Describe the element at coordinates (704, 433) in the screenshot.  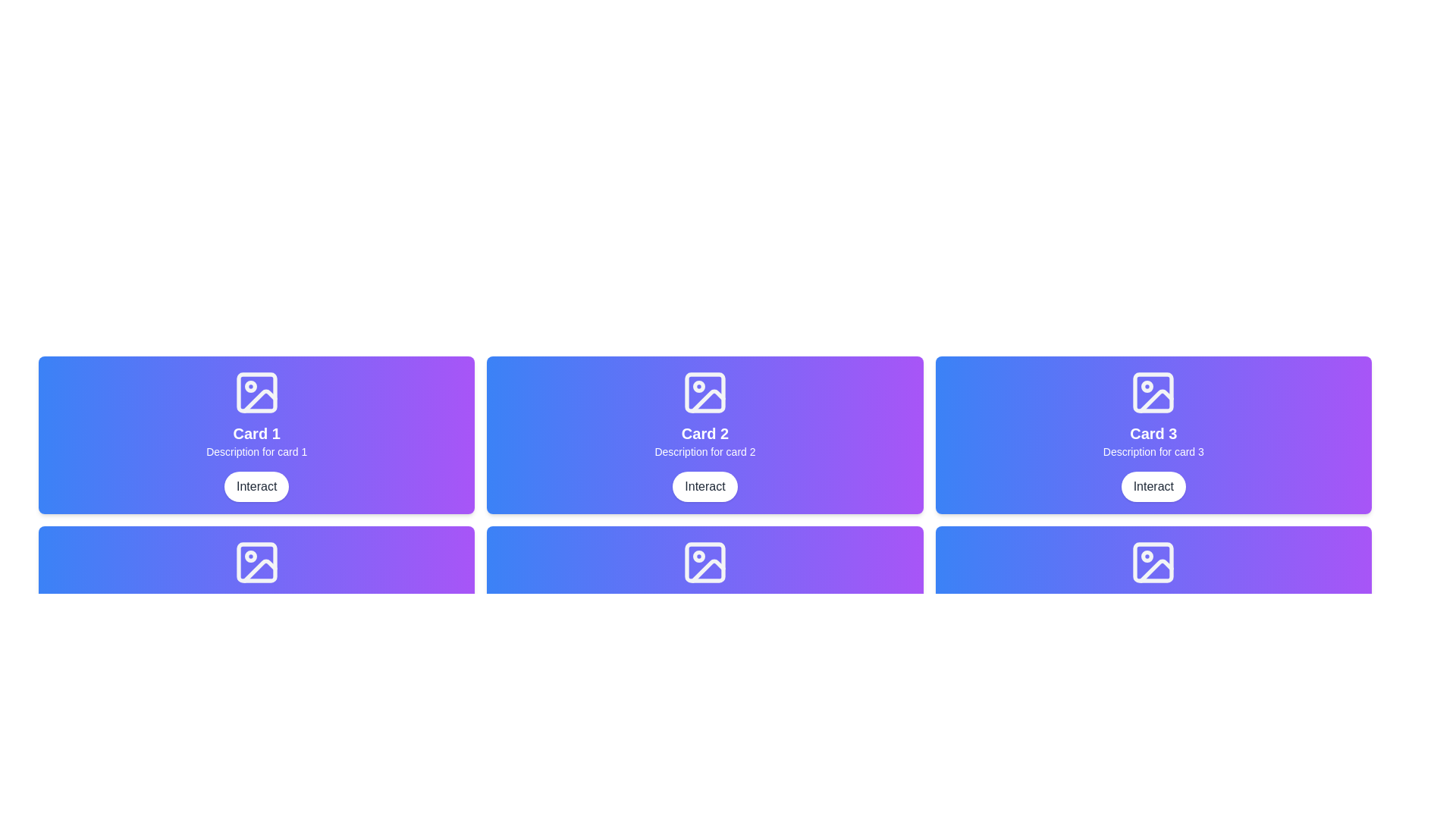
I see `the title text element located in the middle card above the description text 'Description for card 2'` at that location.